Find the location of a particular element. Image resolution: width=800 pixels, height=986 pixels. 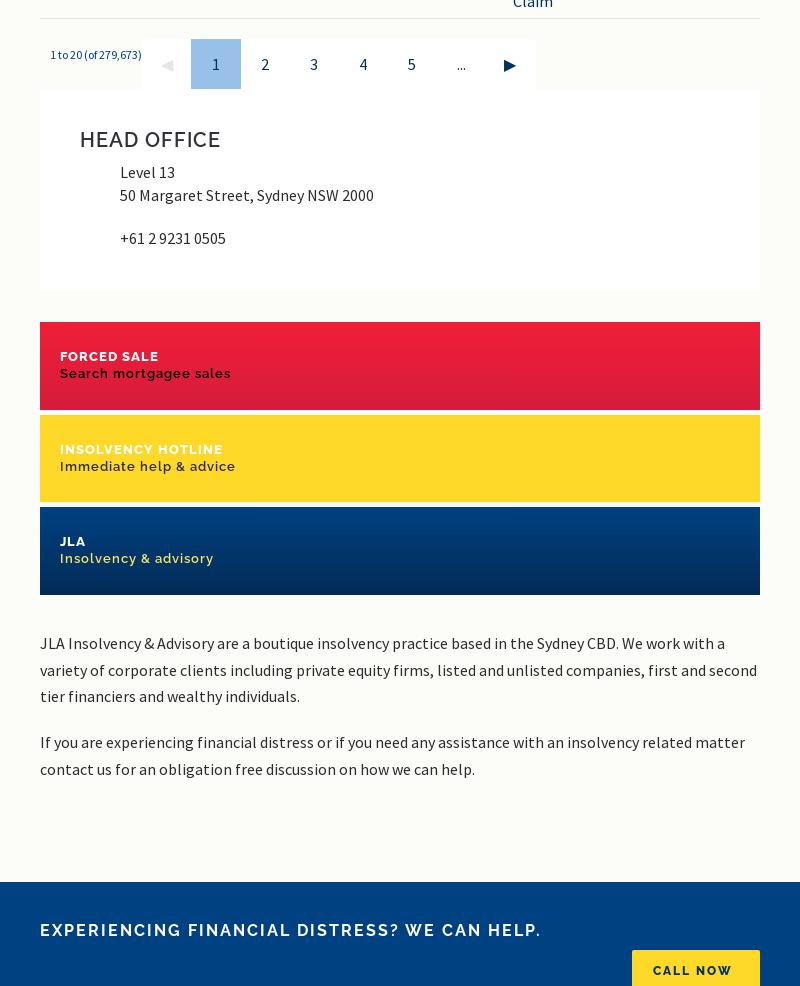

'Immediate help & advice' is located at coordinates (59, 465).